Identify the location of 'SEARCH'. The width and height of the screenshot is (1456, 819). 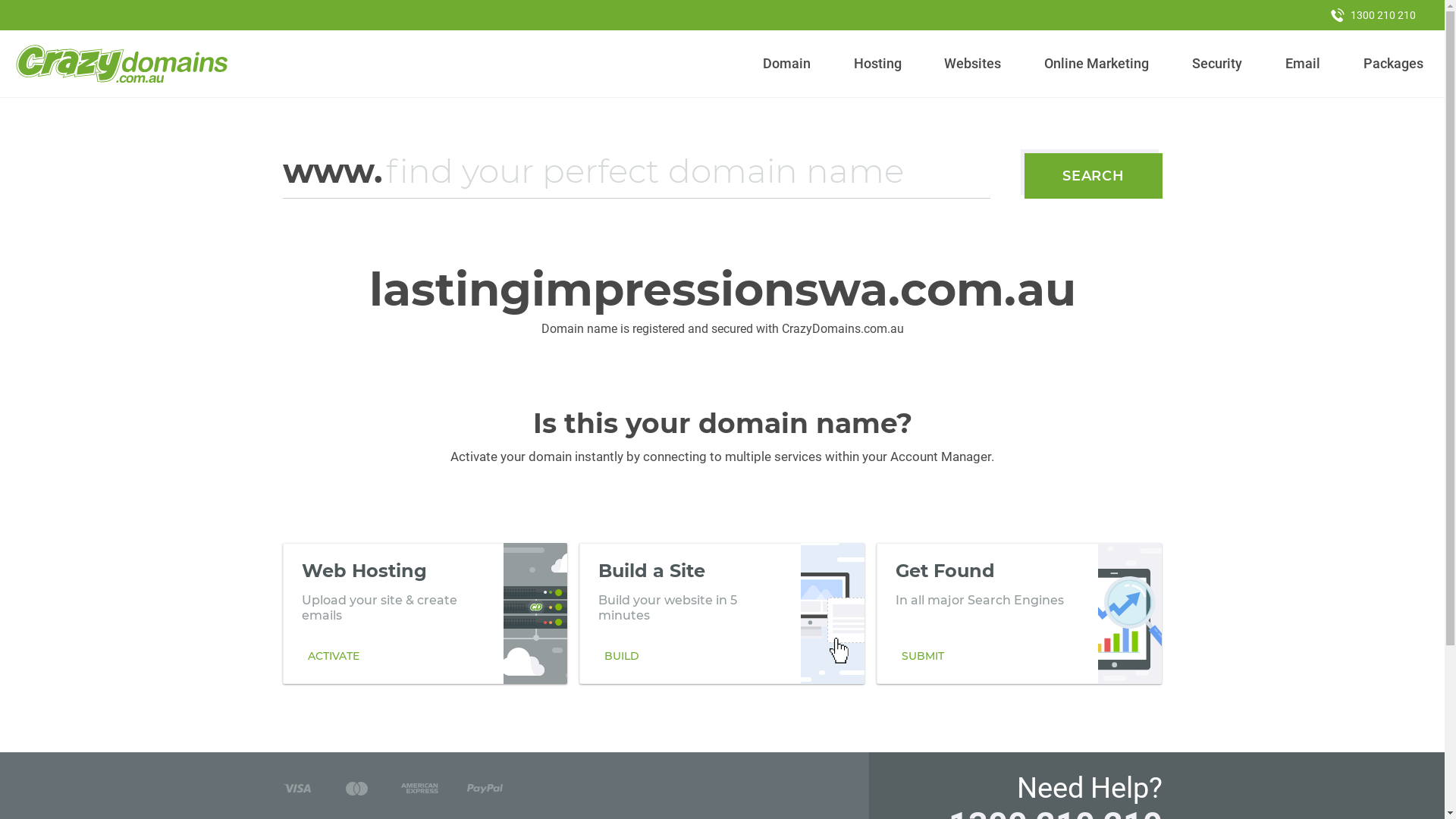
(1024, 174).